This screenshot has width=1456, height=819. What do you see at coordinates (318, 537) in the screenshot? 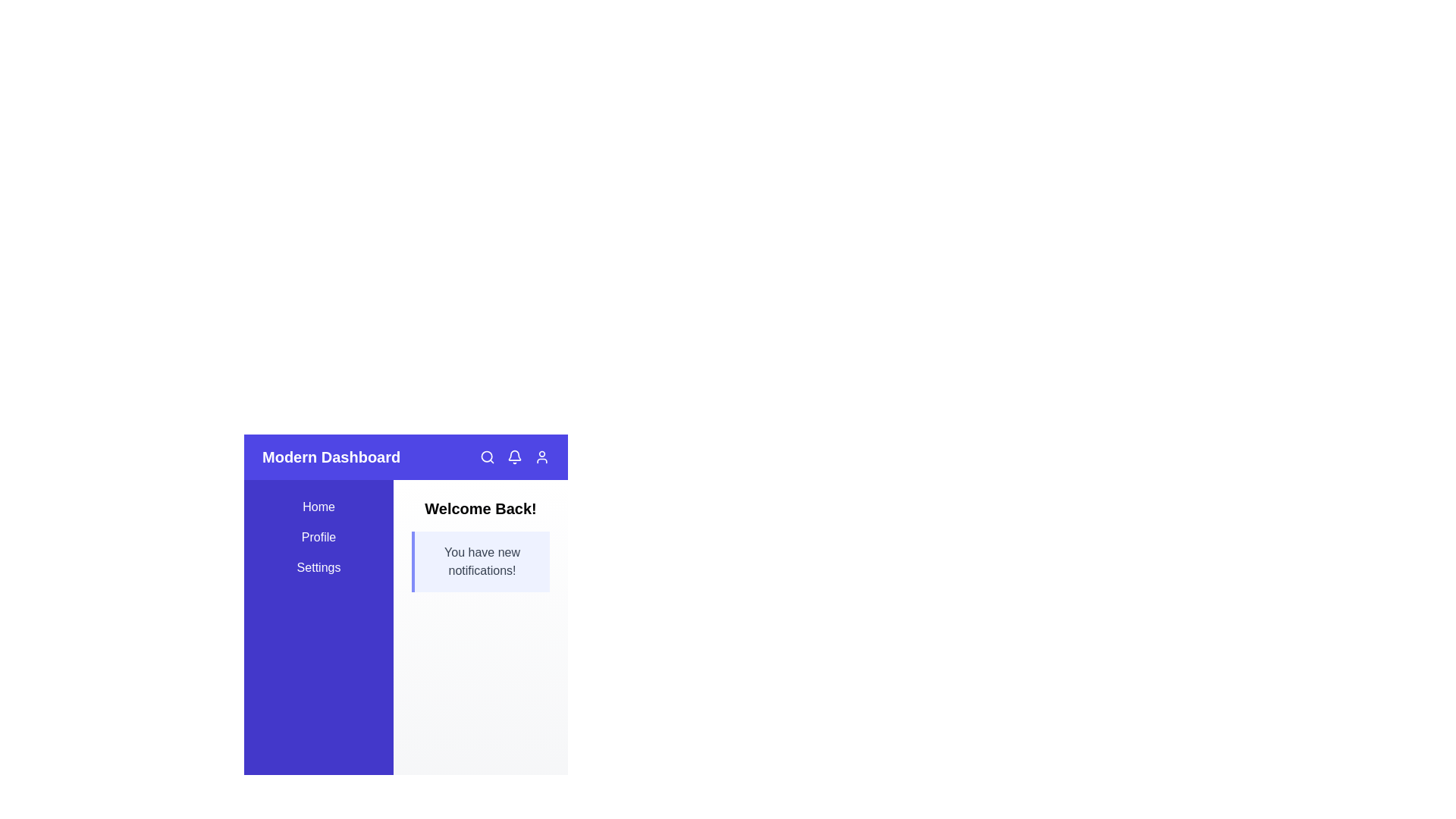
I see `the sidebar link Profile` at bounding box center [318, 537].